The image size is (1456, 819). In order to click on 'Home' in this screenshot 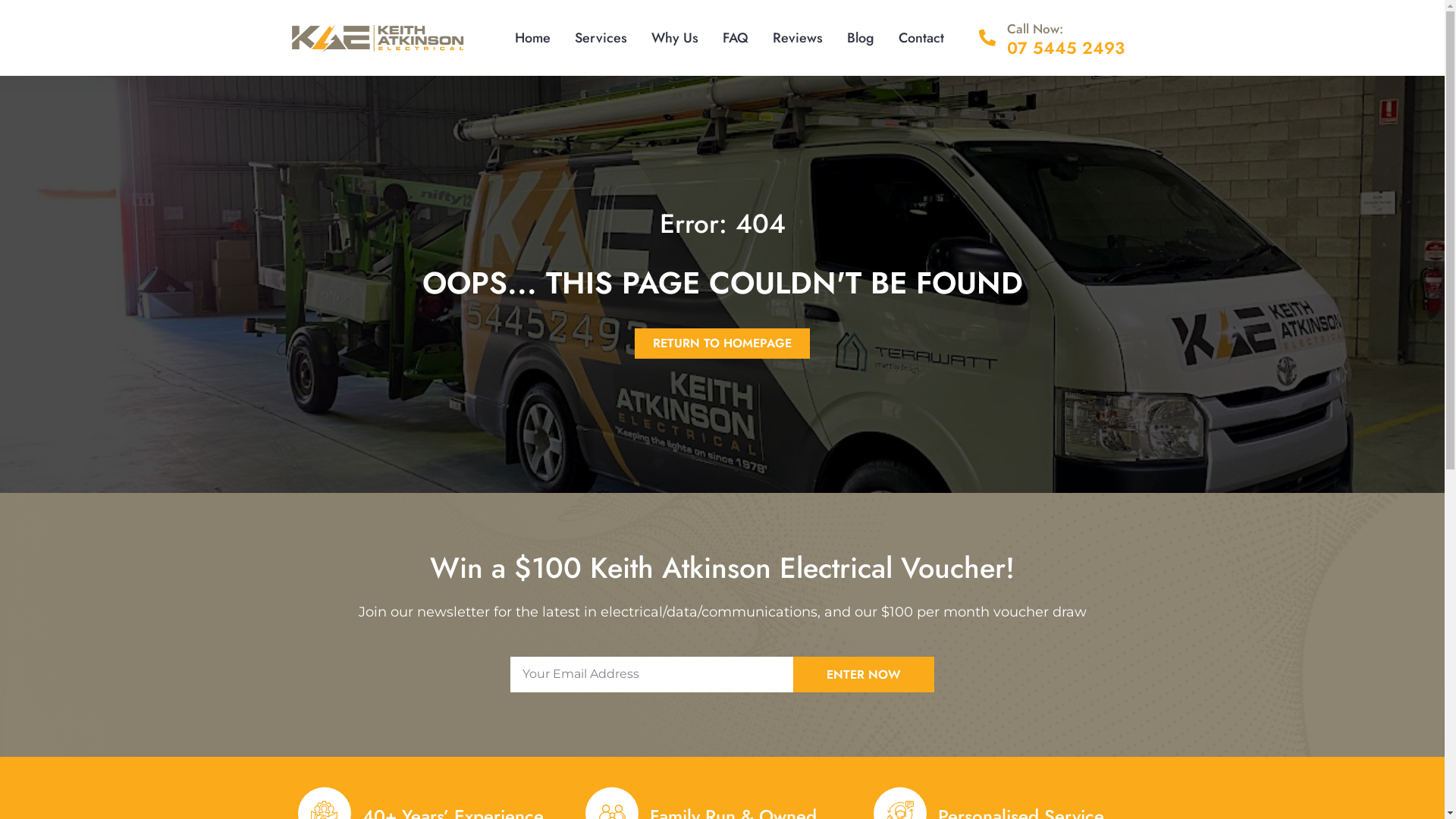, I will do `click(532, 37)`.